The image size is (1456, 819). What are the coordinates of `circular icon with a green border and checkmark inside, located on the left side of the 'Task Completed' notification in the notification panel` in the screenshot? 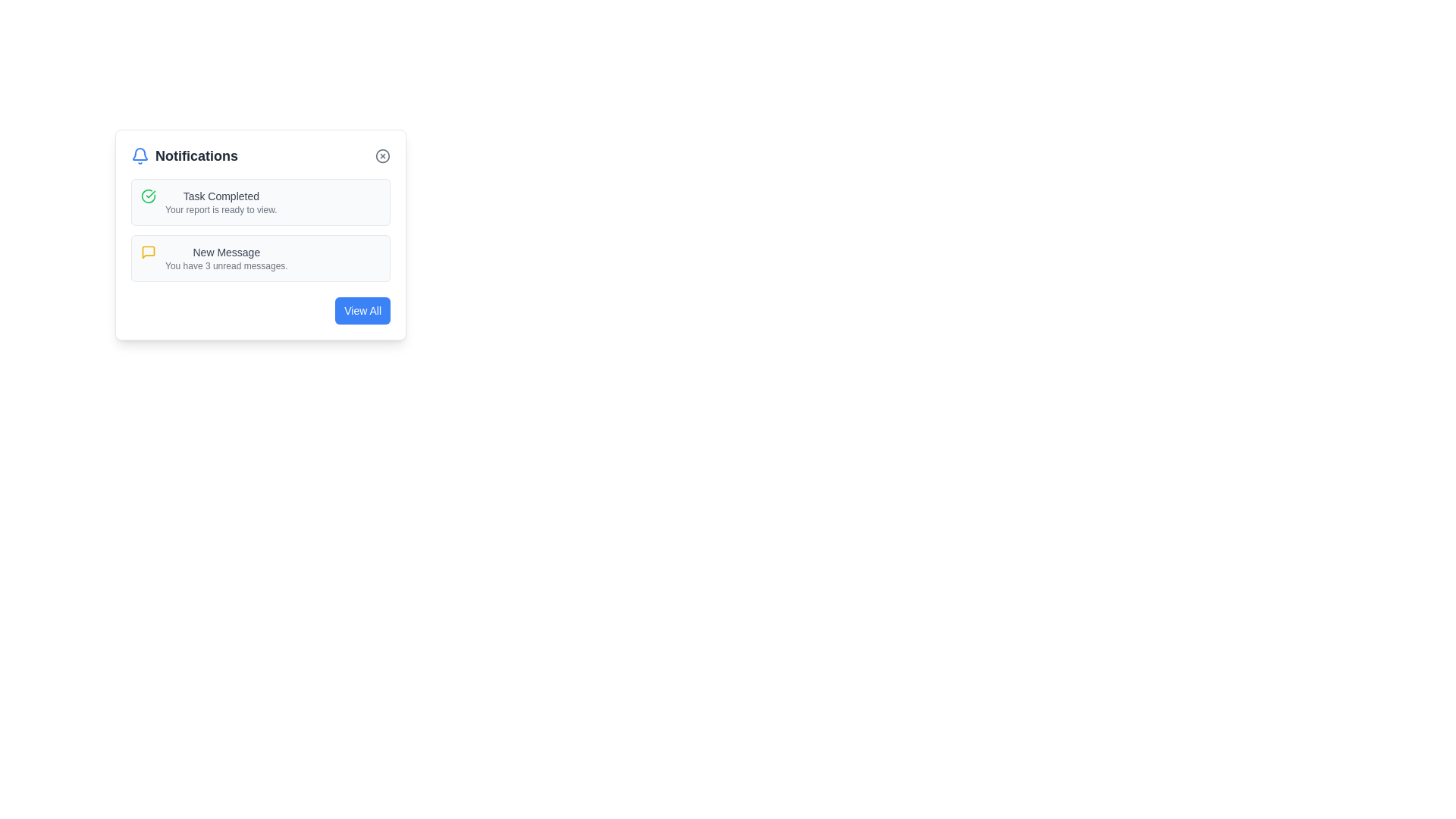 It's located at (149, 195).